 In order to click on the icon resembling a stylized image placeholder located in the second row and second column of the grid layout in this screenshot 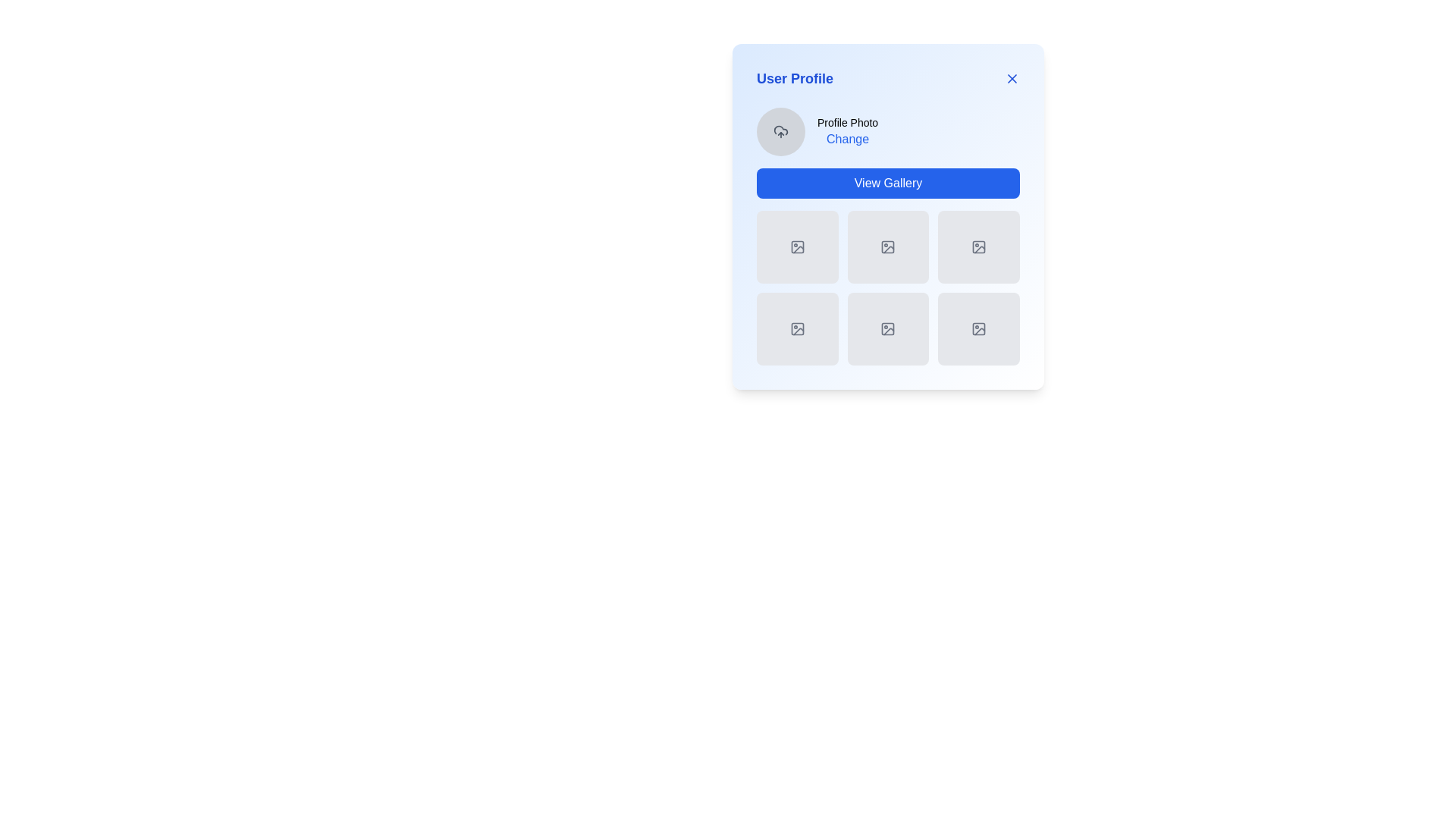, I will do `click(796, 328)`.